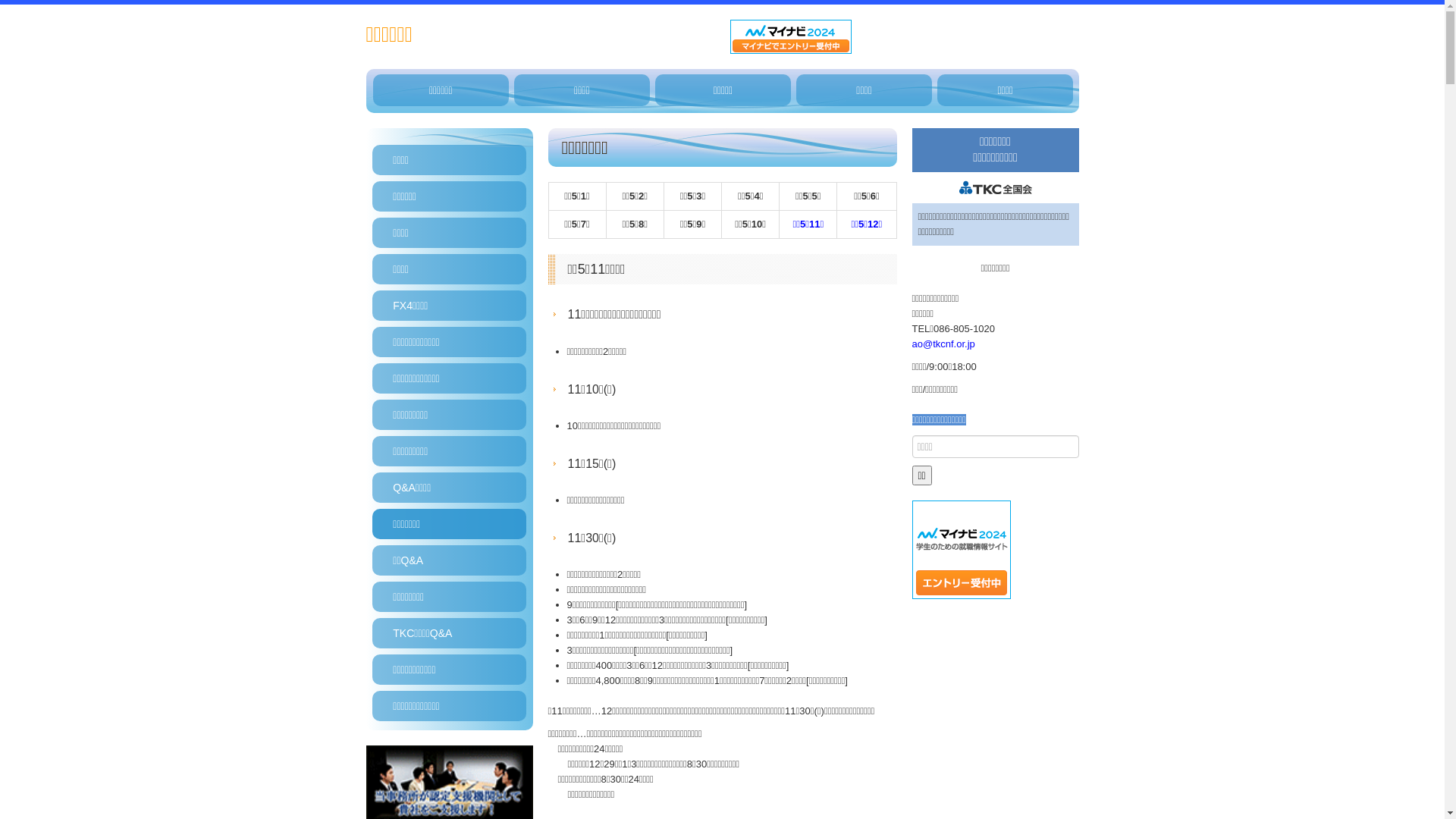 The image size is (1456, 819). I want to click on 'ao@tkcnf.or.jp', so click(942, 344).